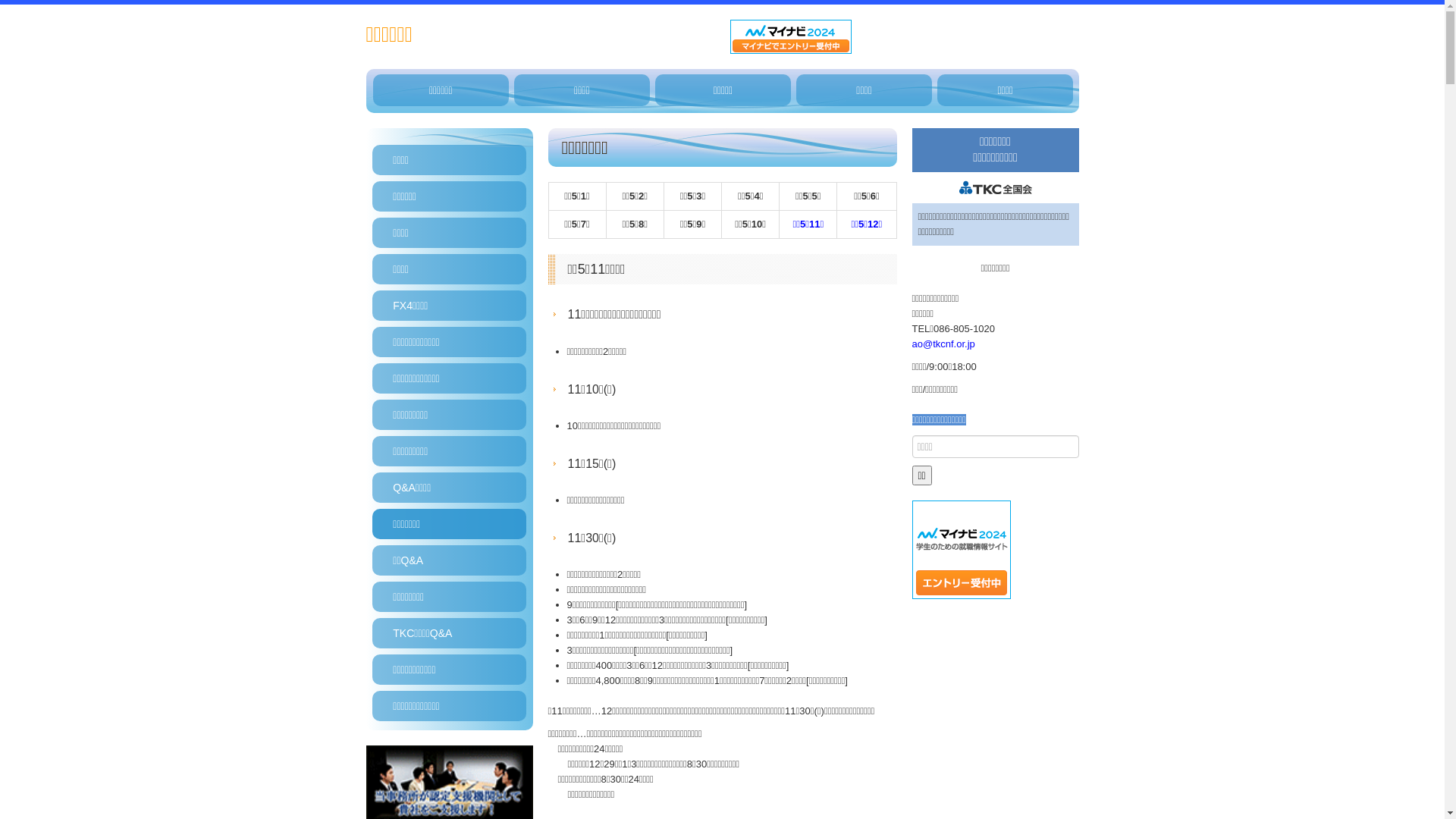 The image size is (1456, 819). I want to click on 'ao@tkcnf.or.jp', so click(942, 344).